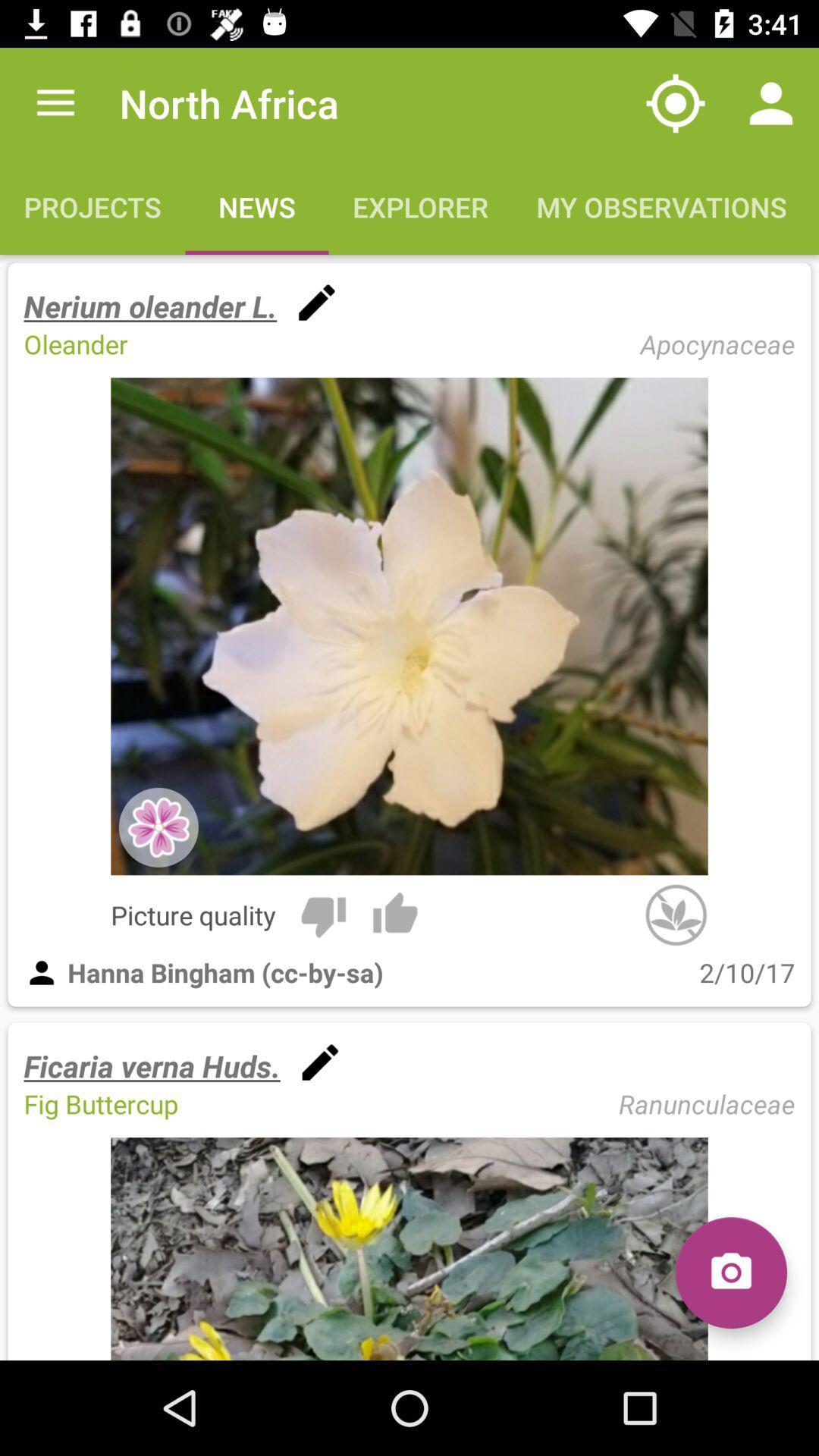 Image resolution: width=819 pixels, height=1456 pixels. What do you see at coordinates (55, 102) in the screenshot?
I see `app next to north africa icon` at bounding box center [55, 102].